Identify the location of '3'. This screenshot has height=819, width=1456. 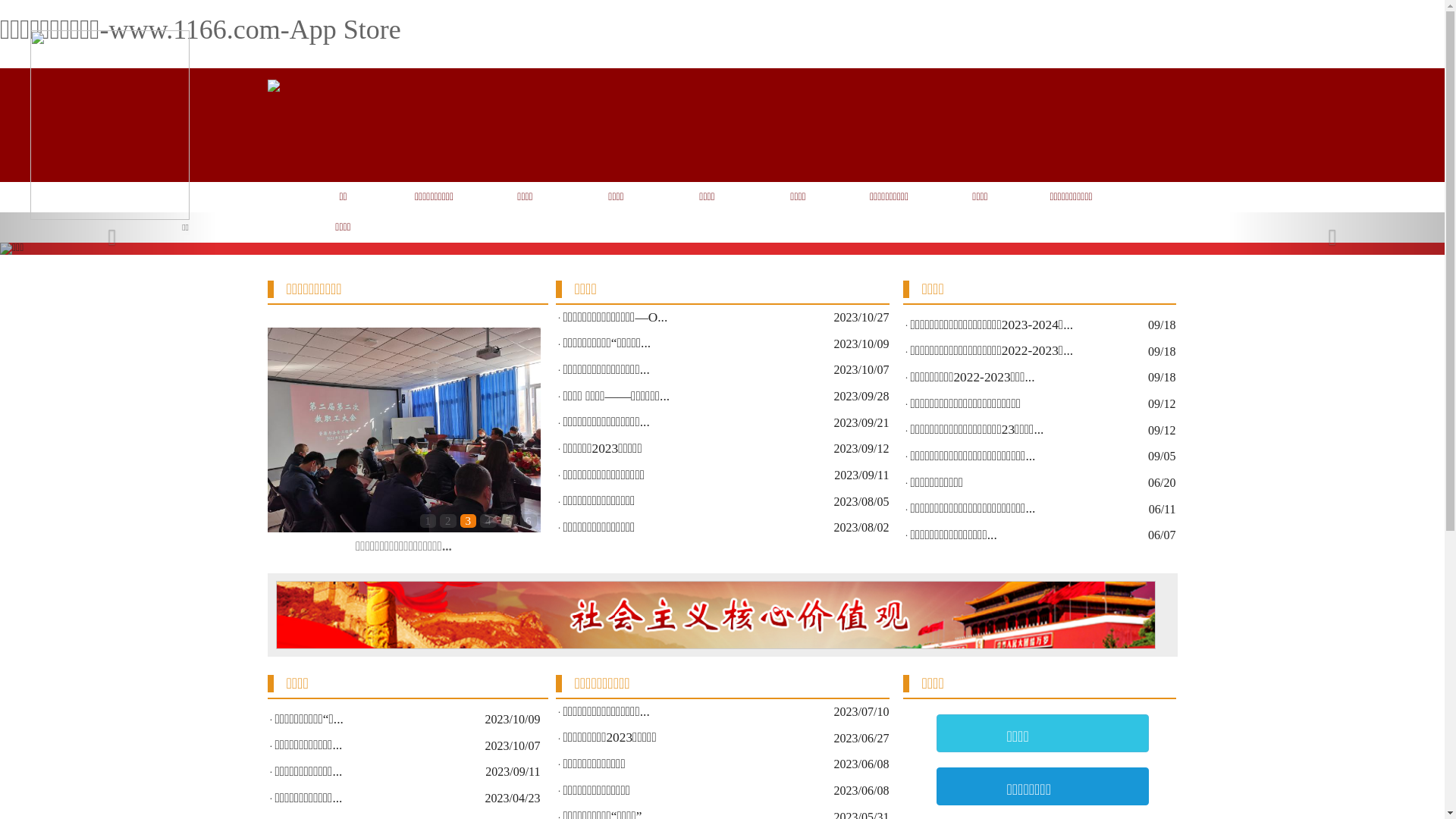
(467, 519).